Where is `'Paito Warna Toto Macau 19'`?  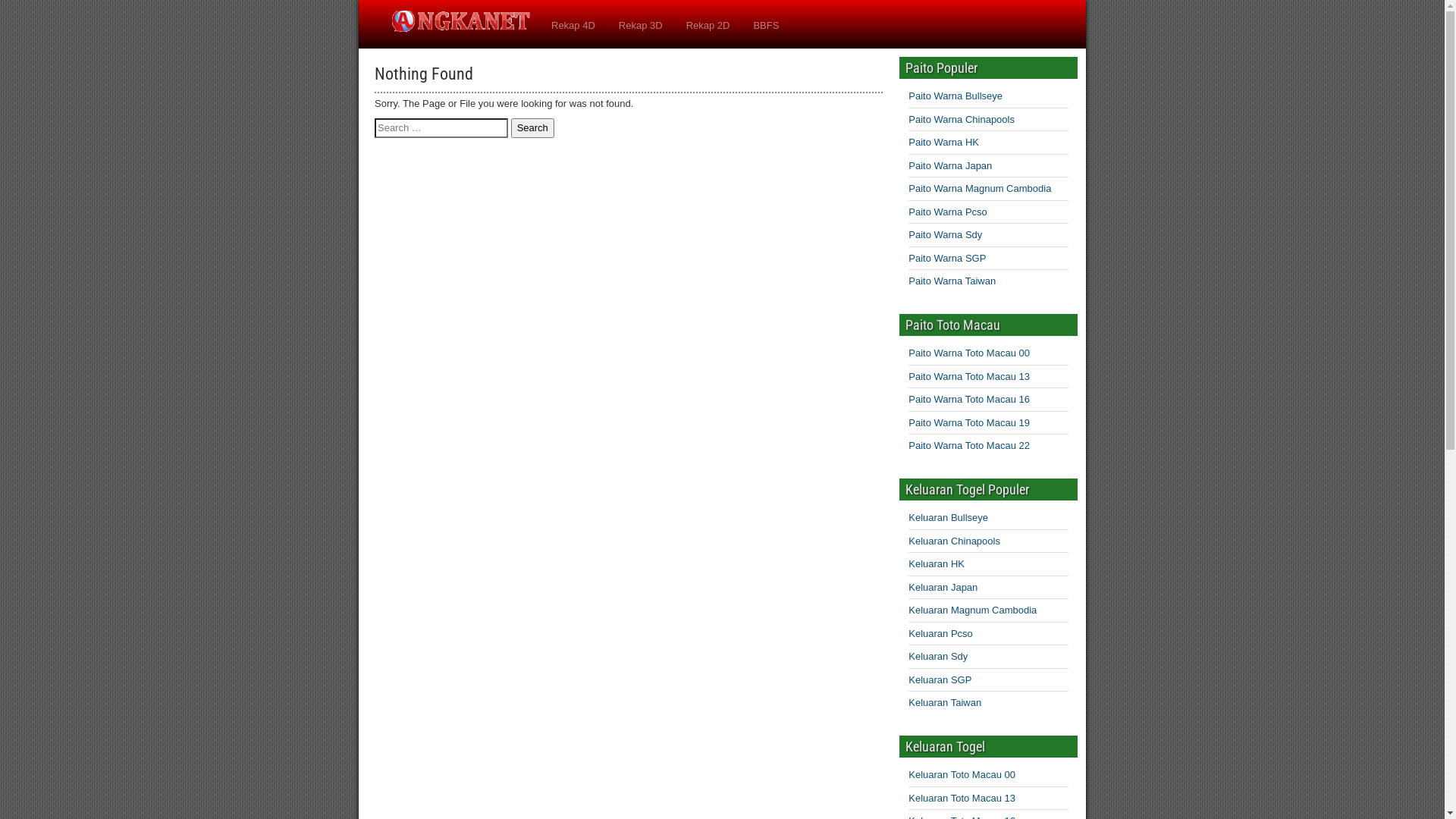
'Paito Warna Toto Macau 19' is located at coordinates (968, 422).